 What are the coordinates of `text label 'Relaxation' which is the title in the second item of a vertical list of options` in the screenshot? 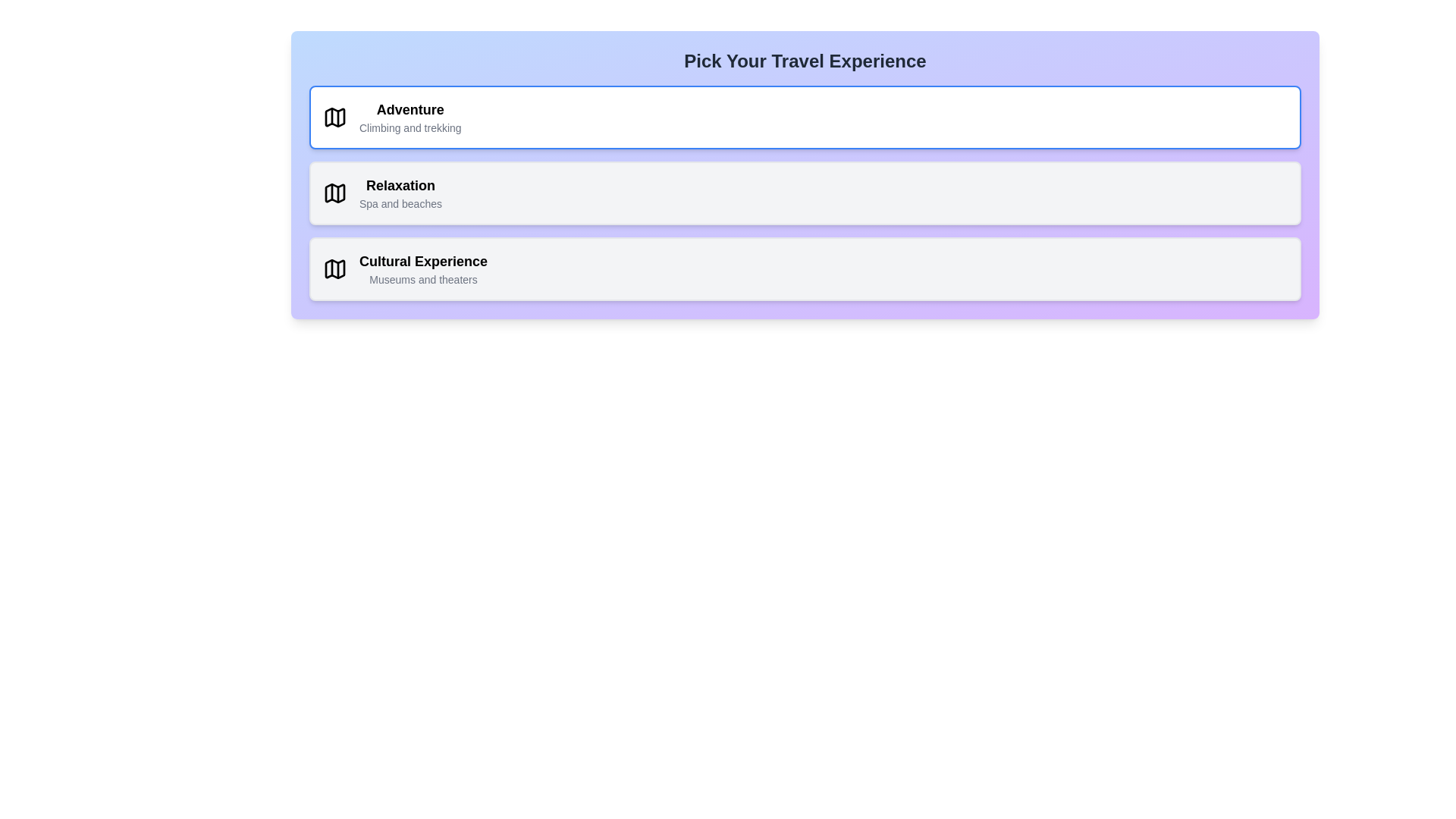 It's located at (400, 185).